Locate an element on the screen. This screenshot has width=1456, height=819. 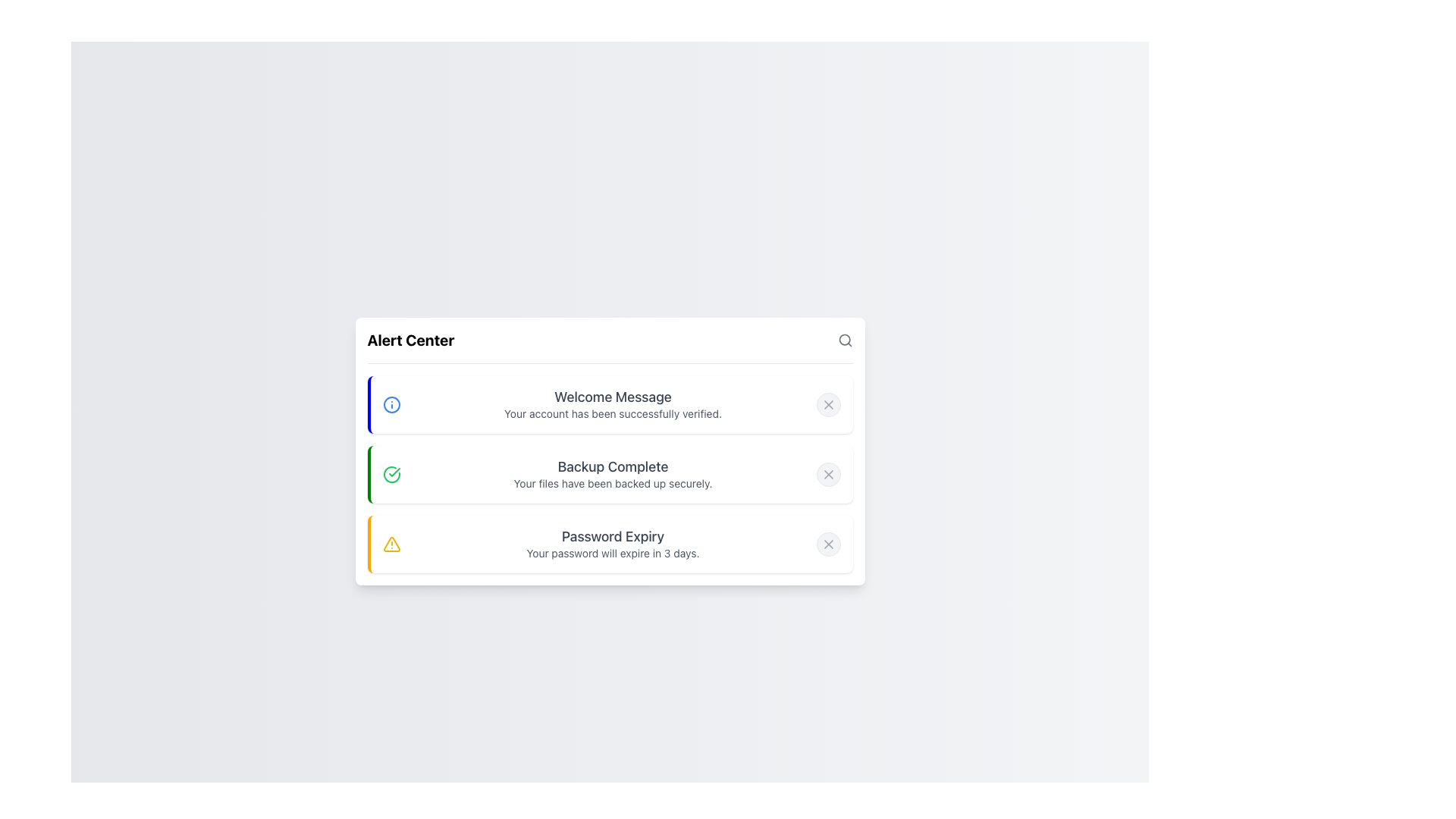
the Notification Card with the title 'Password Expiry', which is a rectangular card with a white background, containing an orange warning icon and a left orange border, located centrally in the Alert Center section is located at coordinates (610, 543).